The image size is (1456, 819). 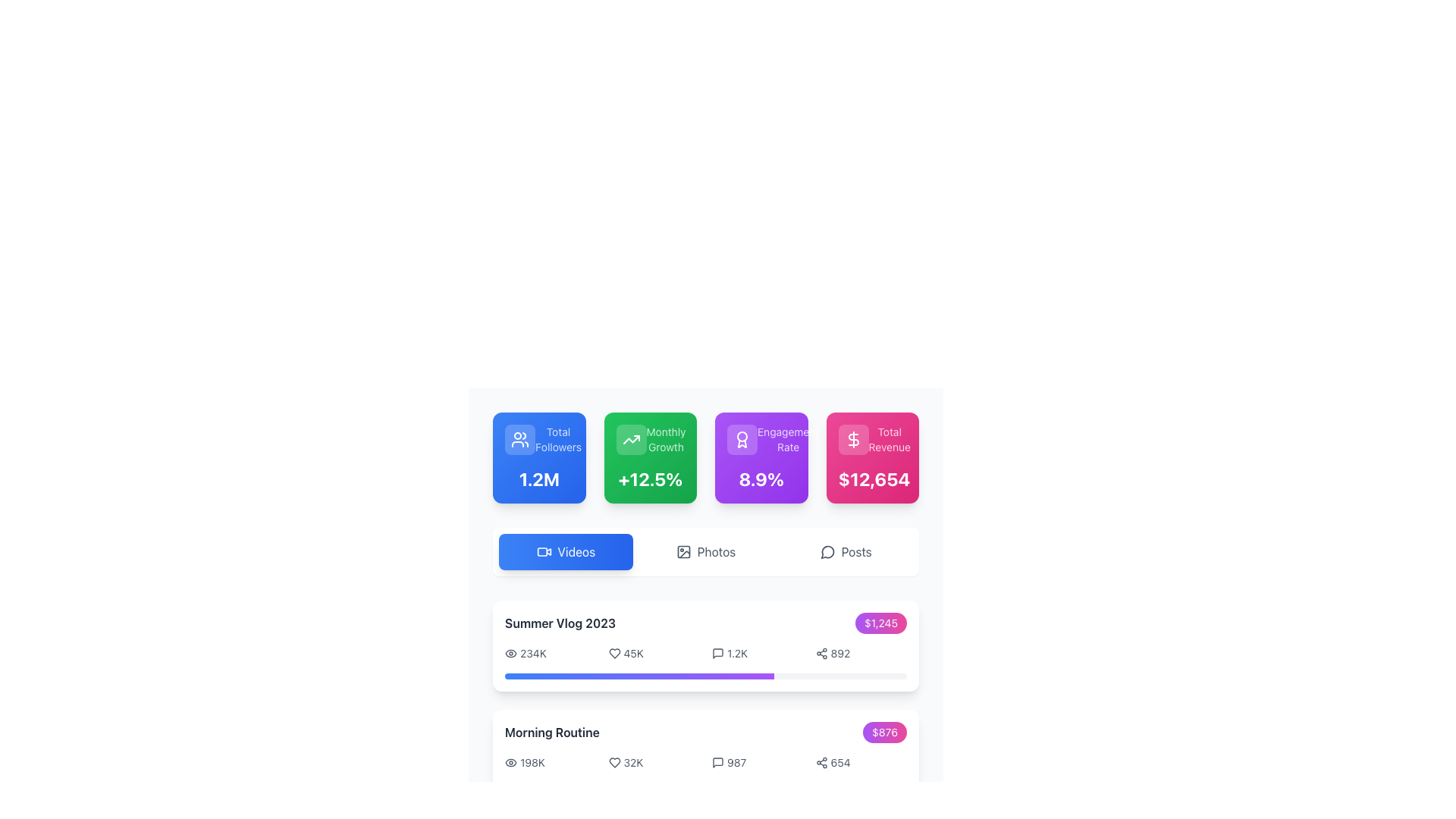 I want to click on the 'like' or 'favorite' icon located to the left of the numerical text '32K' in the 'Morning Routine' section, so click(x=614, y=763).